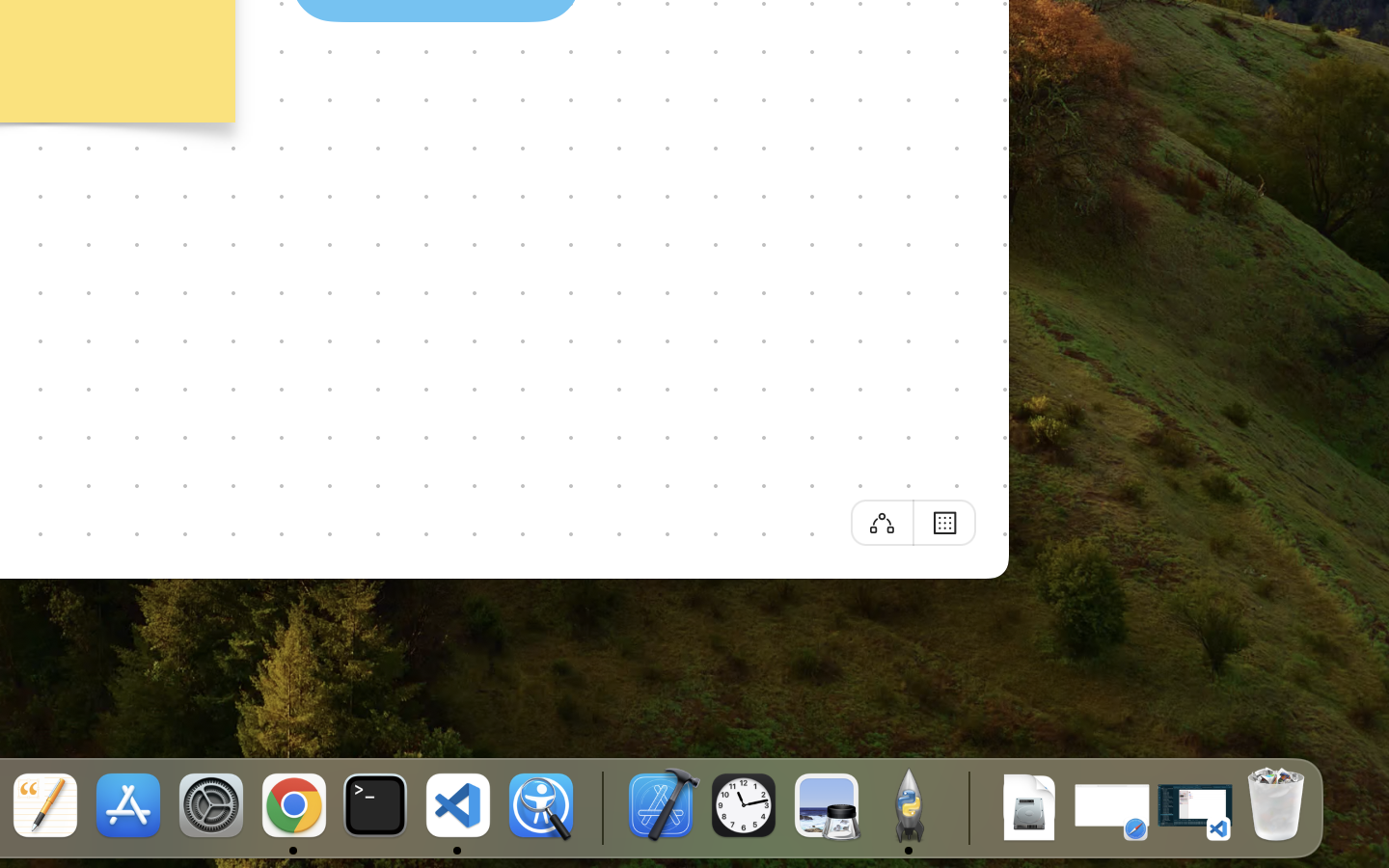 The width and height of the screenshot is (1389, 868). What do you see at coordinates (881, 521) in the screenshot?
I see `'Off'` at bounding box center [881, 521].